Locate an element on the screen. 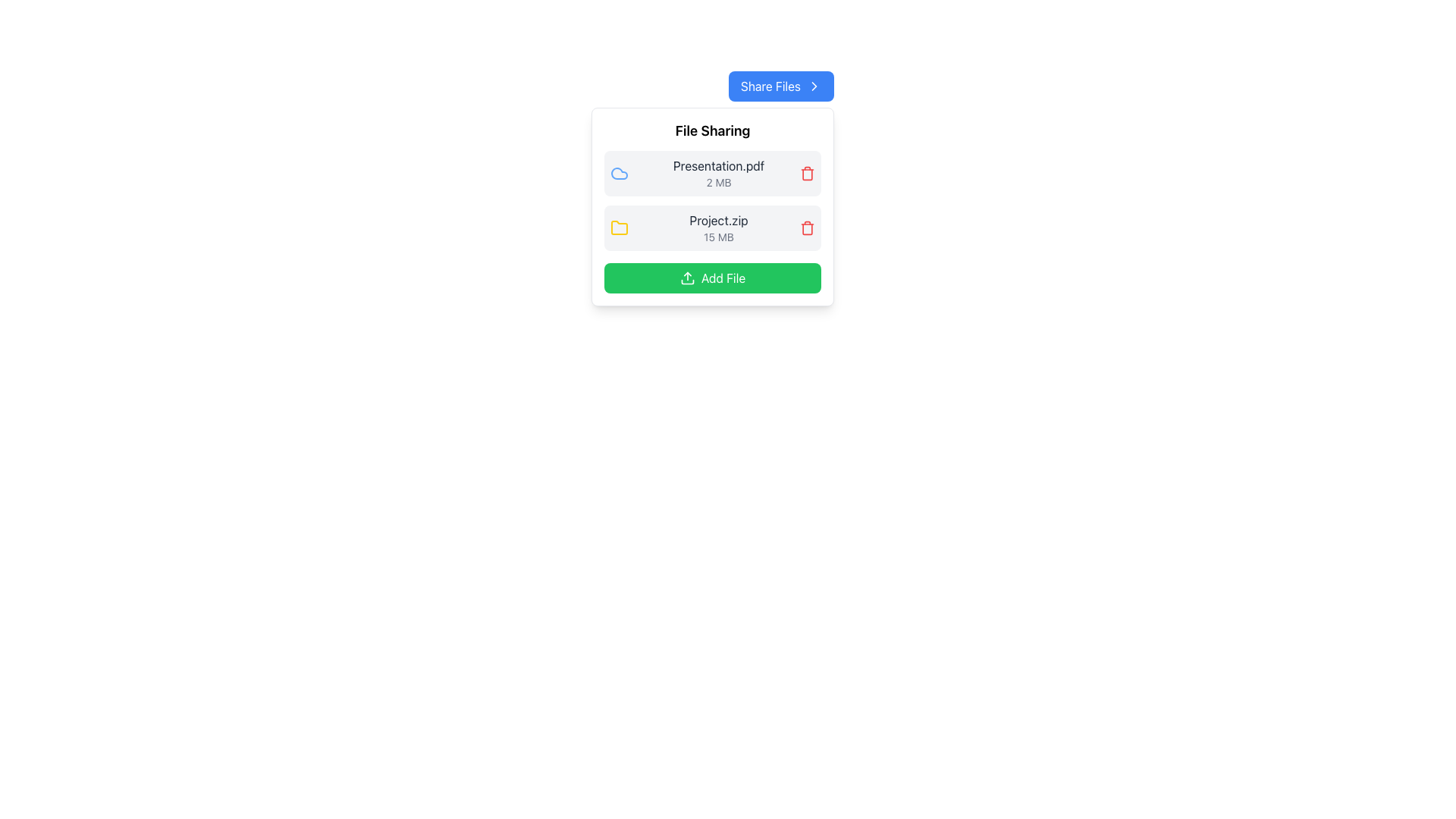 The width and height of the screenshot is (1456, 819). the folder icon representing 'Project.zip', which is the second file entry in the file list interface is located at coordinates (620, 227).